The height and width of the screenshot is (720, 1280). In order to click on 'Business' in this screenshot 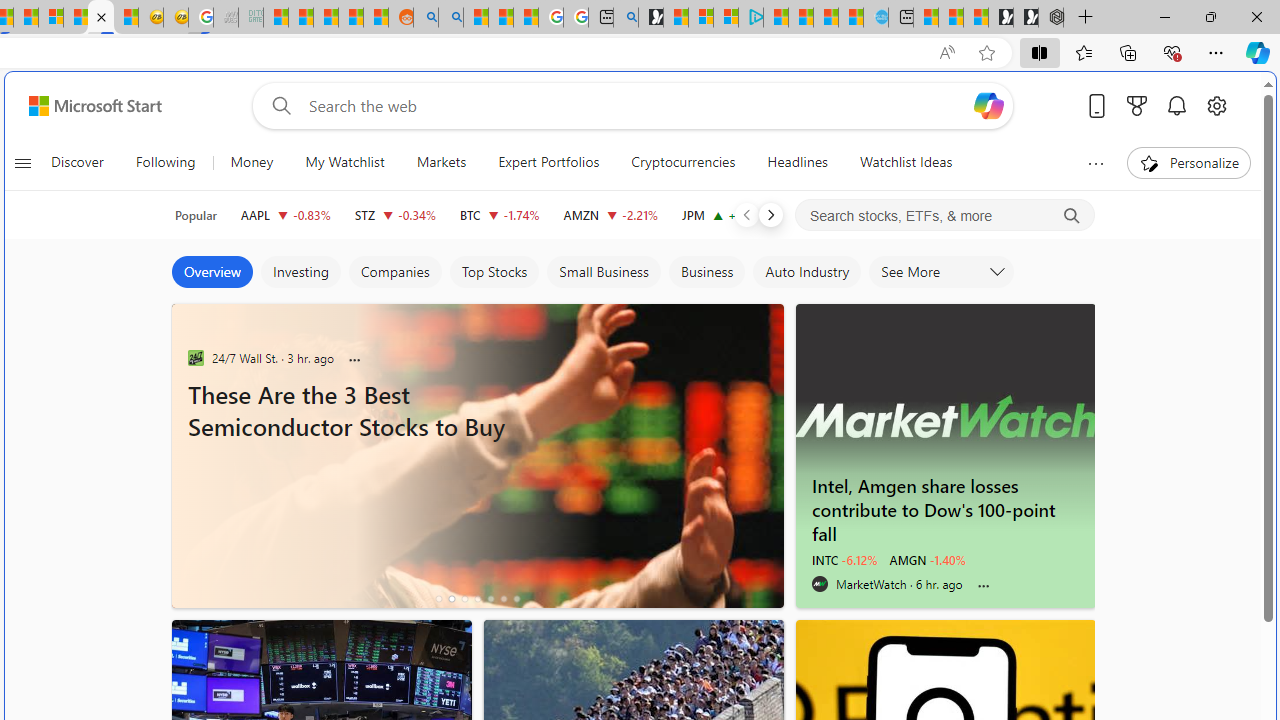, I will do `click(707, 272)`.